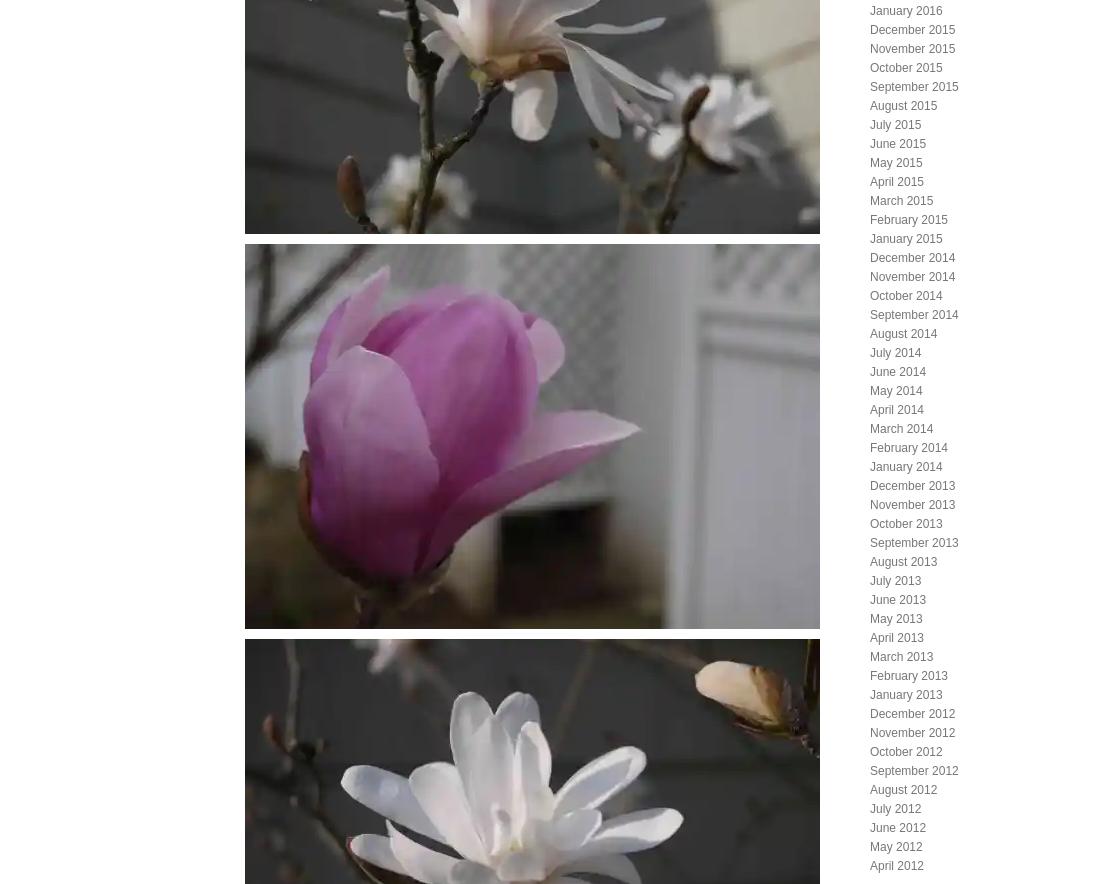  What do you see at coordinates (905, 10) in the screenshot?
I see `'January 2016'` at bounding box center [905, 10].